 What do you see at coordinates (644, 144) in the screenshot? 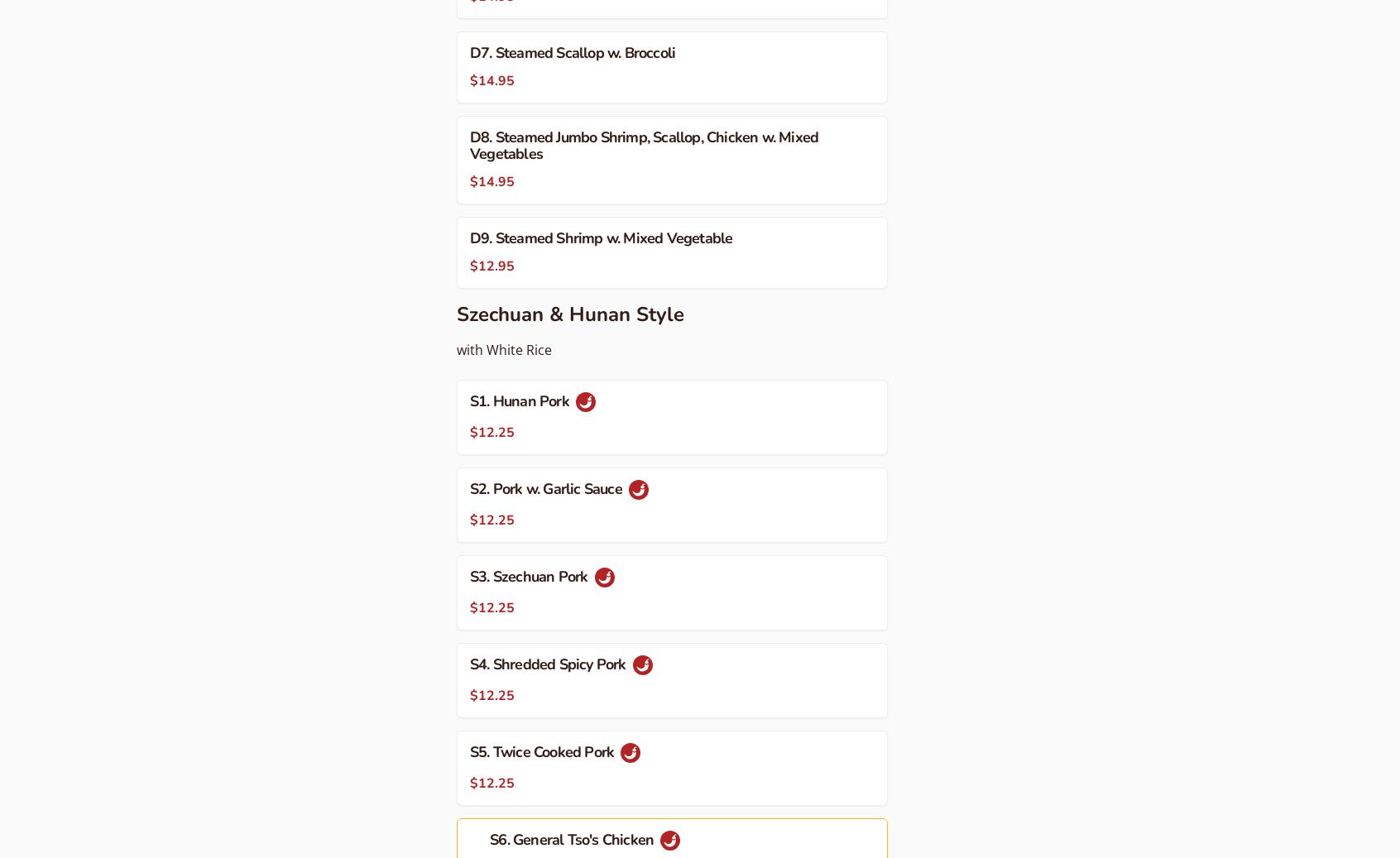
I see `'D8. Steamed Jumbo Shrimp, Scallop, Chicken w. Mixed Vegetables'` at bounding box center [644, 144].